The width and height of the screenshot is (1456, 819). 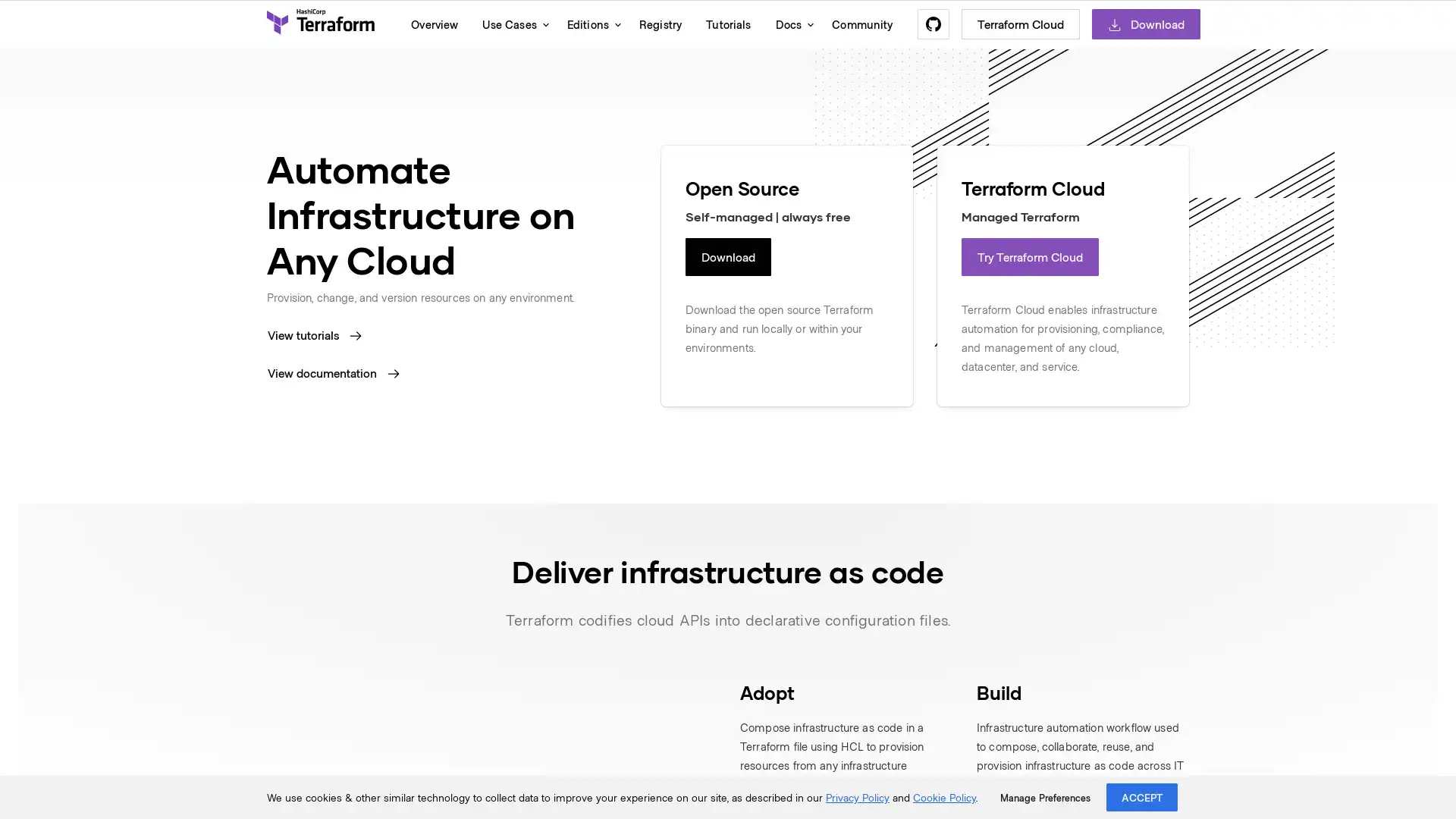 What do you see at coordinates (512, 24) in the screenshot?
I see `Use Cases` at bounding box center [512, 24].